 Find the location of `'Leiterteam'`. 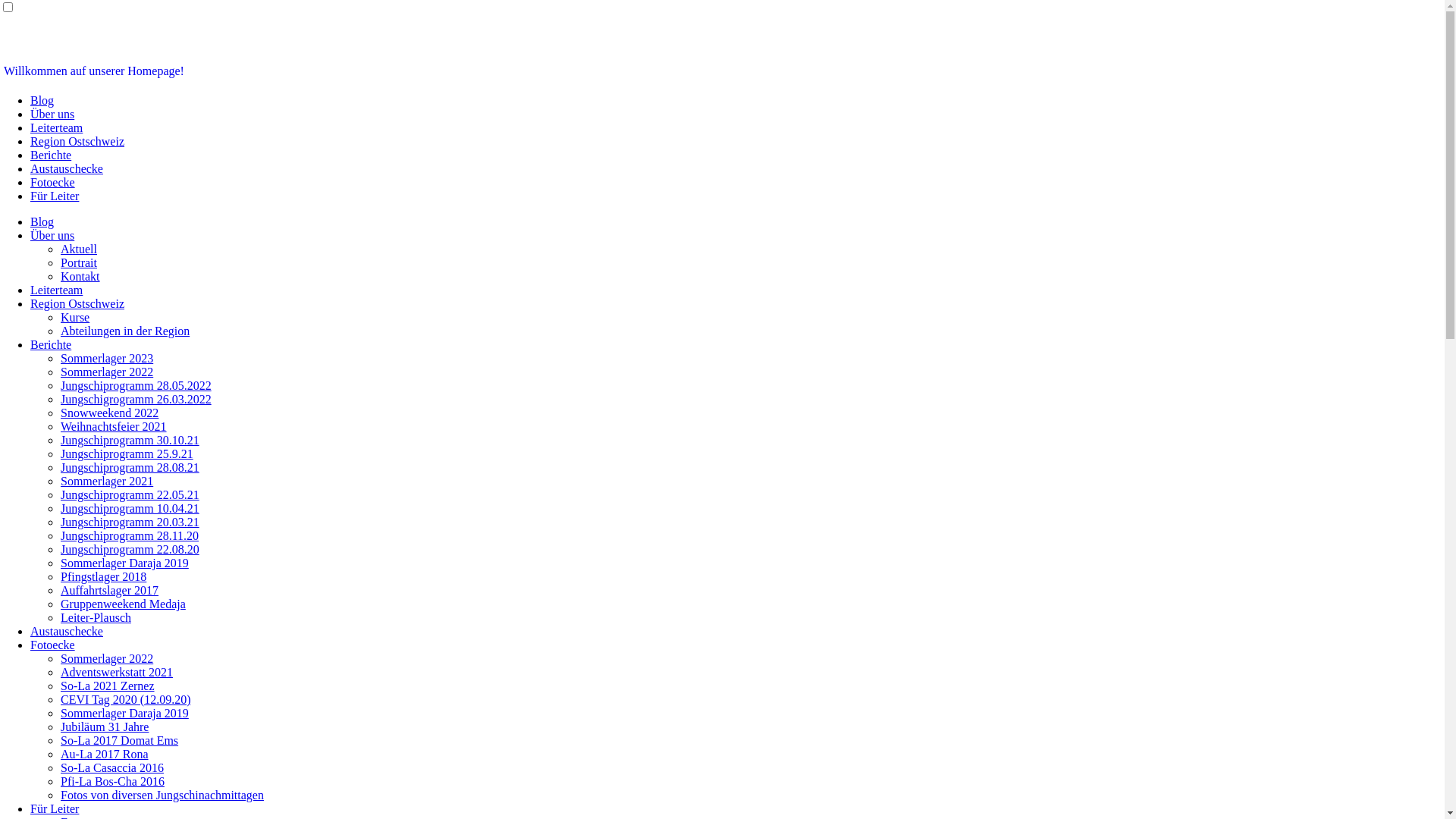

'Leiterteam' is located at coordinates (56, 290).